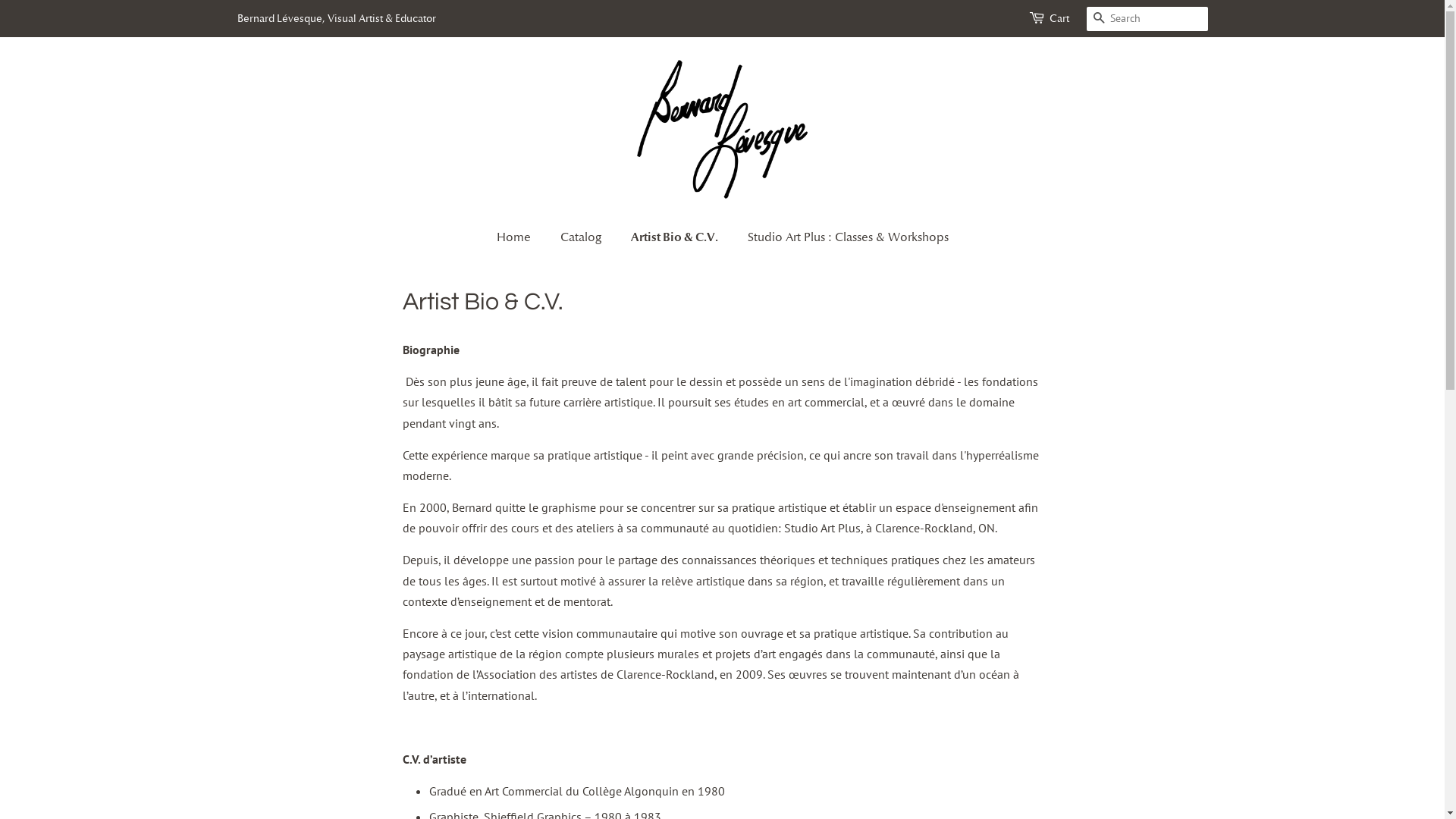  I want to click on 'Home', so click(520, 237).